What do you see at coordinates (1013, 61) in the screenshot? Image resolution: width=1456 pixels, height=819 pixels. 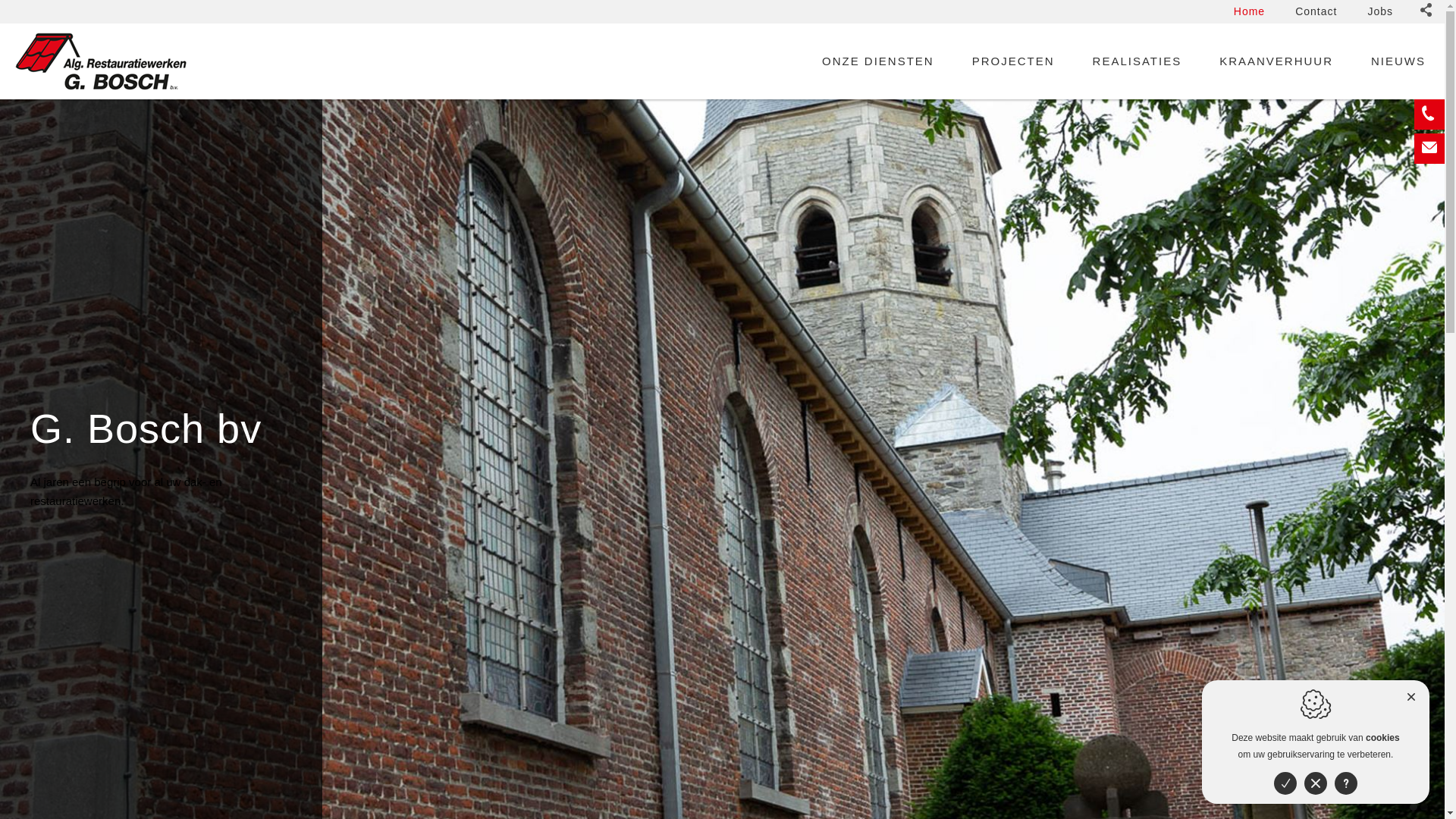 I see `'PROJECTEN'` at bounding box center [1013, 61].